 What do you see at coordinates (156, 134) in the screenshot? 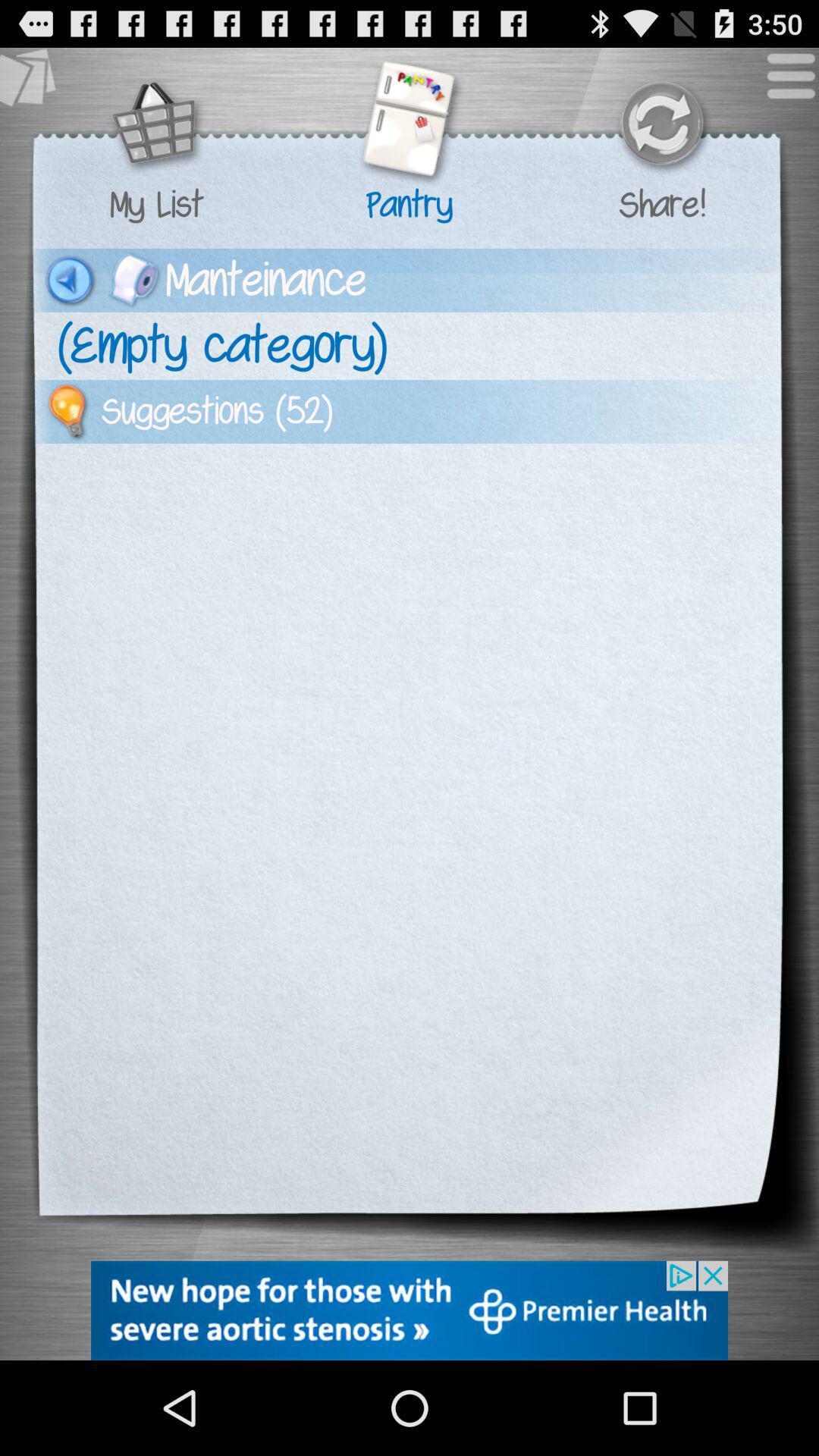
I see `the cart icon` at bounding box center [156, 134].